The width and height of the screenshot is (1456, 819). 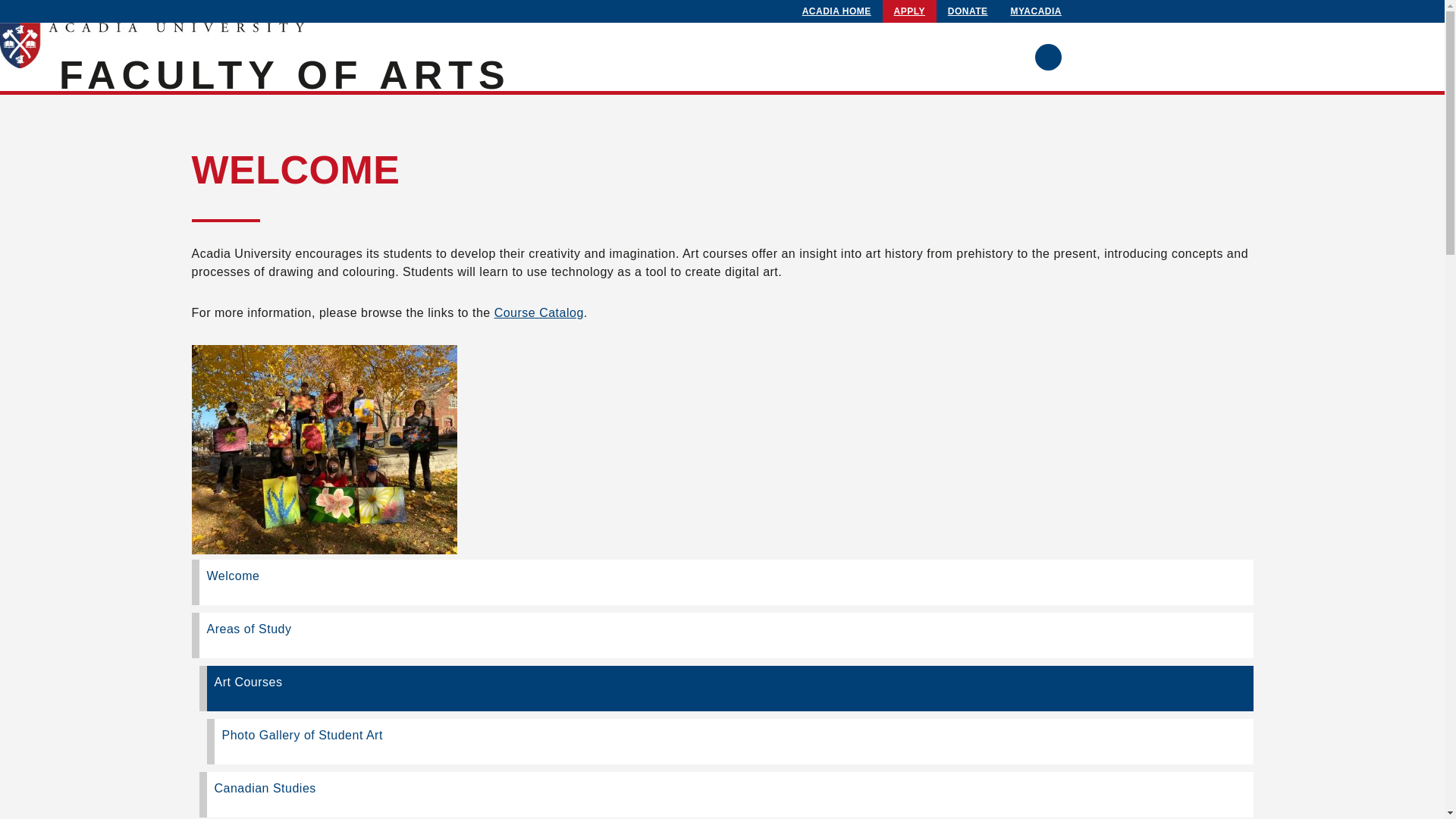 I want to click on 'ACADIA HOME', so click(x=836, y=11).